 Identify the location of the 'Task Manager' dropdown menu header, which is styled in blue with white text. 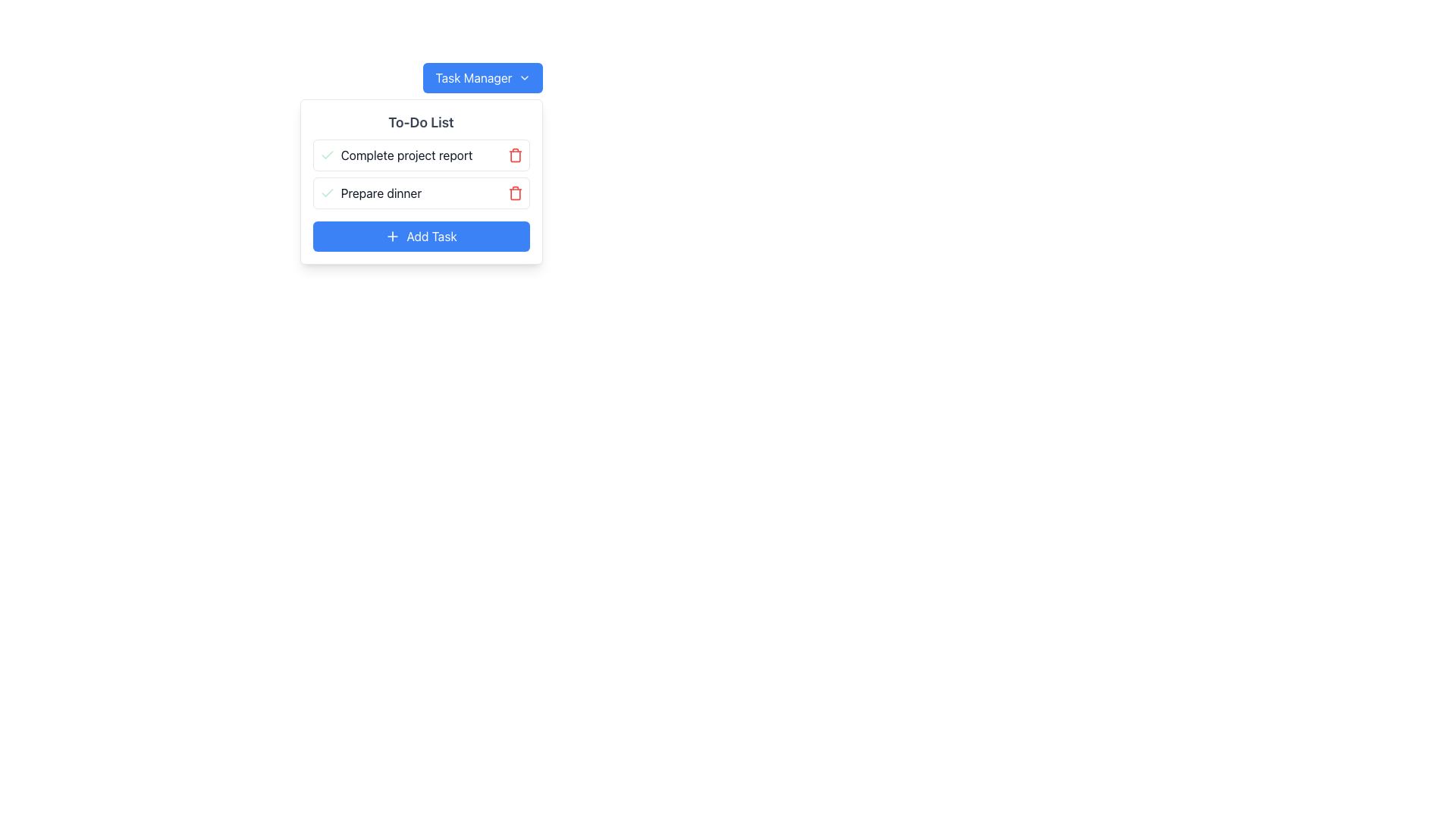
(482, 78).